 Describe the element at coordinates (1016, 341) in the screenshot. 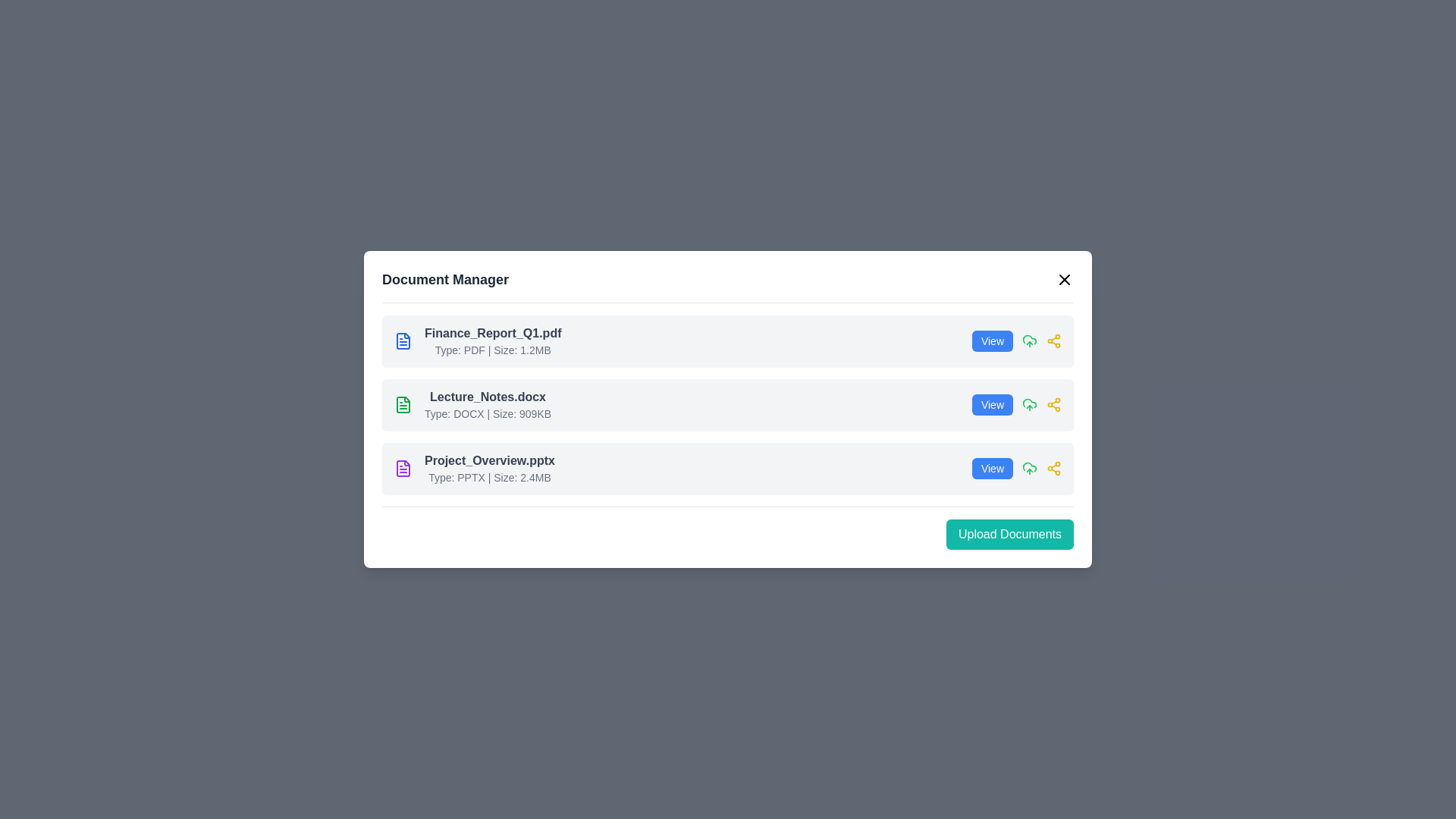

I see `the blue button labeled 'View' with white text, located in the row for 'Finance_Report_Q1.pdf'` at that location.